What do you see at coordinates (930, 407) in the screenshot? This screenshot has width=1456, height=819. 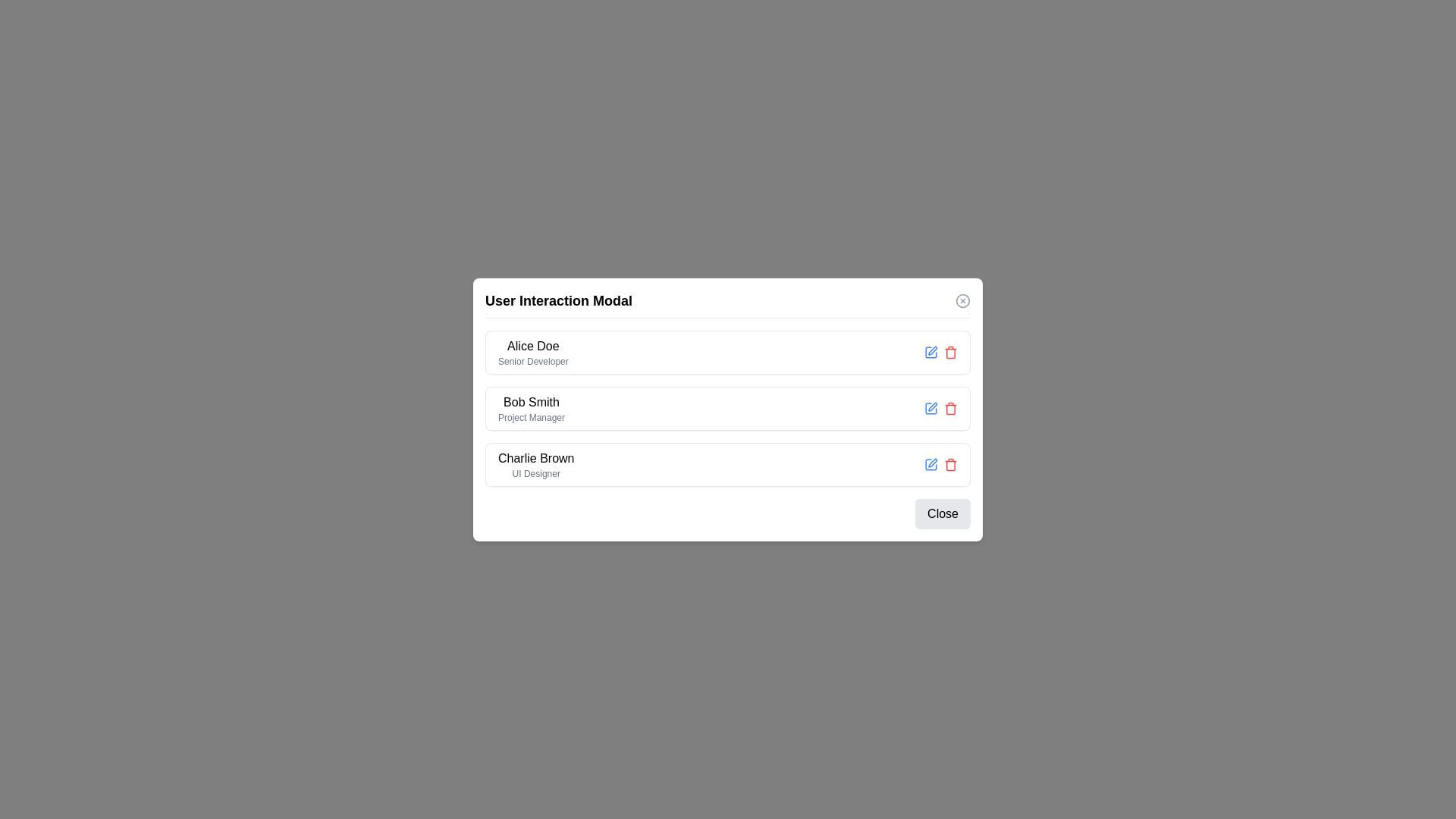 I see `the edit button icon, which resembles a blue outline of a pen or pencil, located to the right of 'Bob Smith' and 'Project Manager' in the user entry list` at bounding box center [930, 407].